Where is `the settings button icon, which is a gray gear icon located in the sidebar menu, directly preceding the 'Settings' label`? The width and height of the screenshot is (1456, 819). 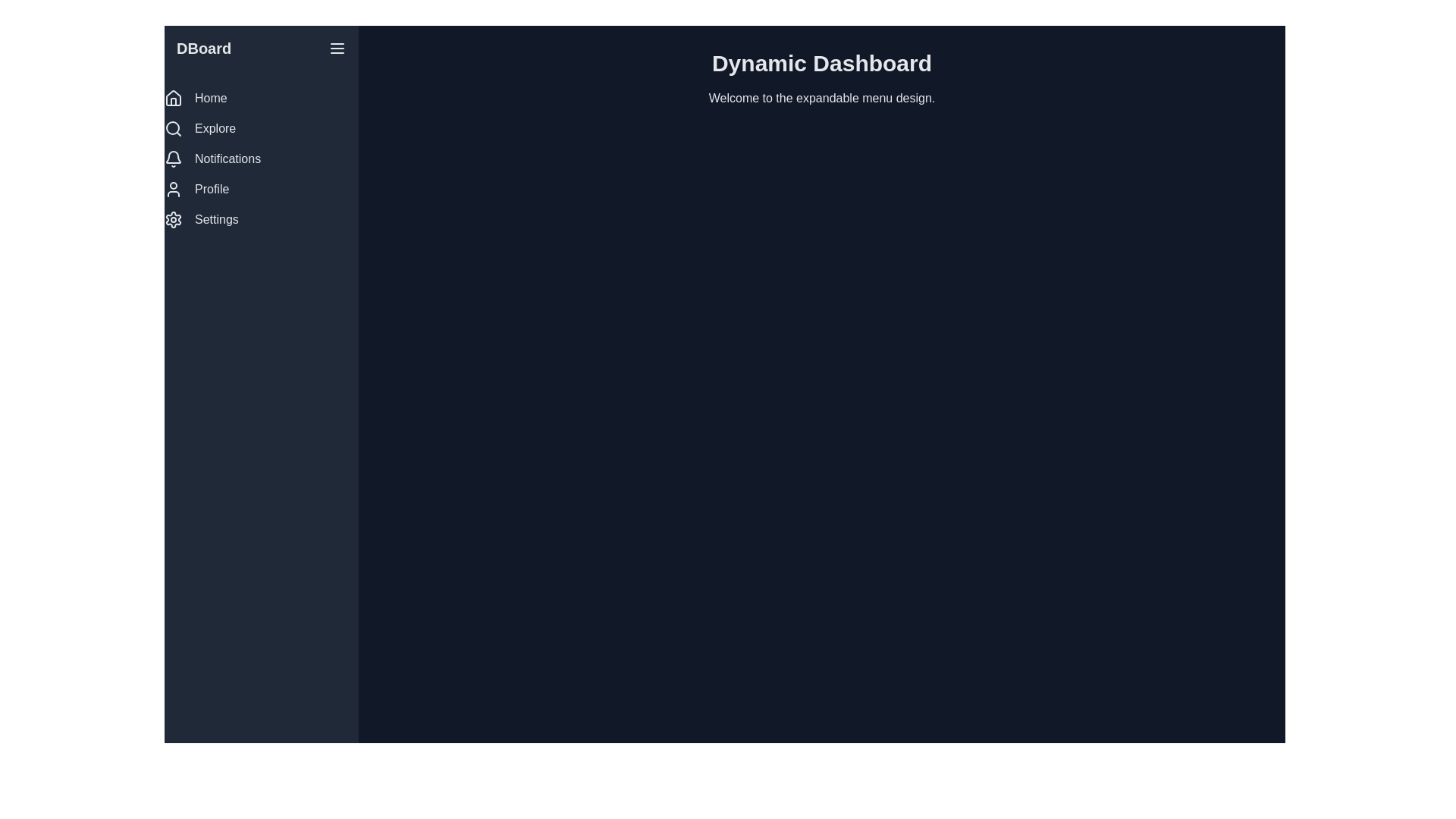
the settings button icon, which is a gray gear icon located in the sidebar menu, directly preceding the 'Settings' label is located at coordinates (174, 219).